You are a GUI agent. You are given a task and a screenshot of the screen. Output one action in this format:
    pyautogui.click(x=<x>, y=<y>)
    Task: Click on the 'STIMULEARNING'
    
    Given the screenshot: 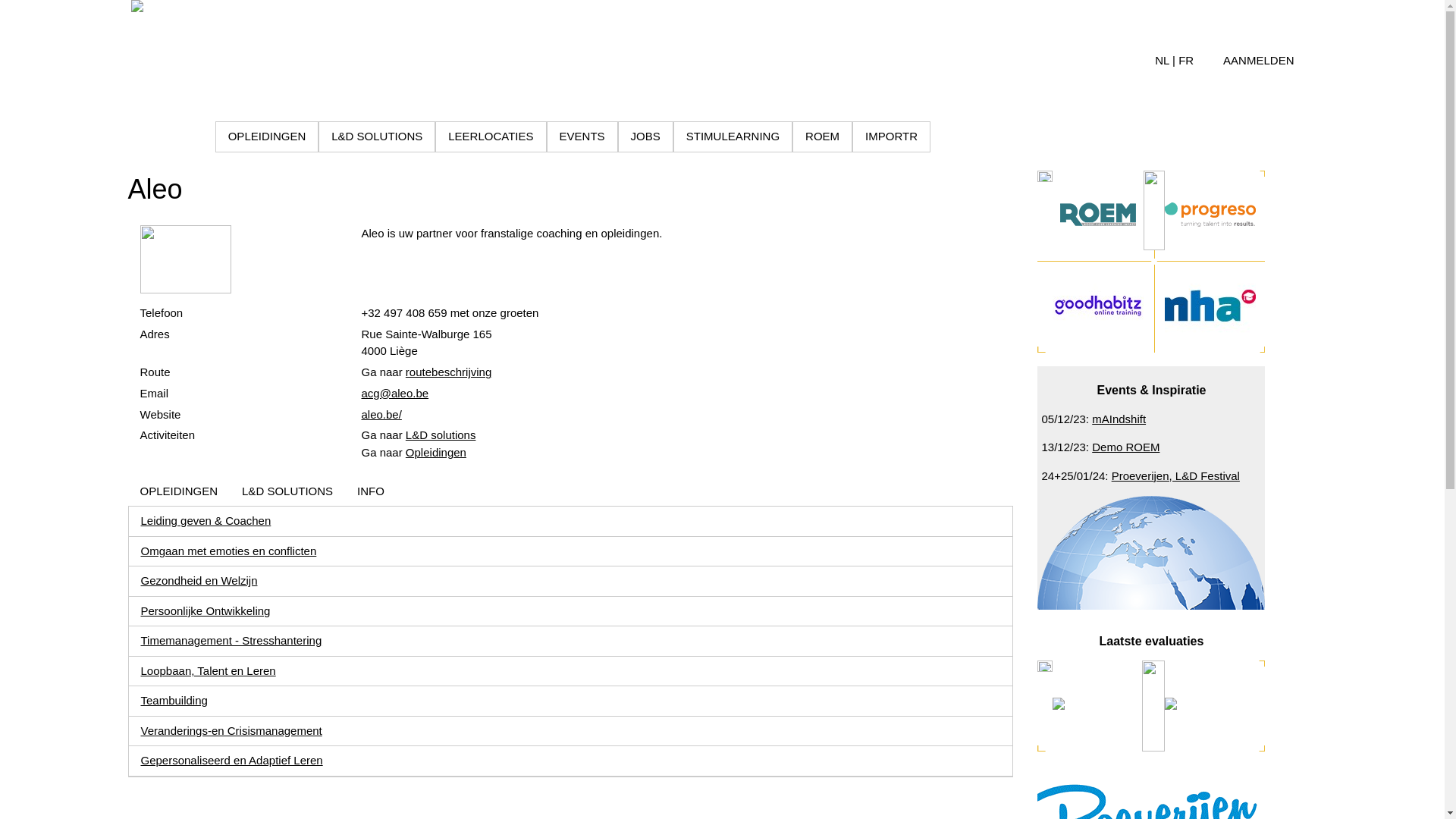 What is the action you would take?
    pyautogui.click(x=732, y=136)
    